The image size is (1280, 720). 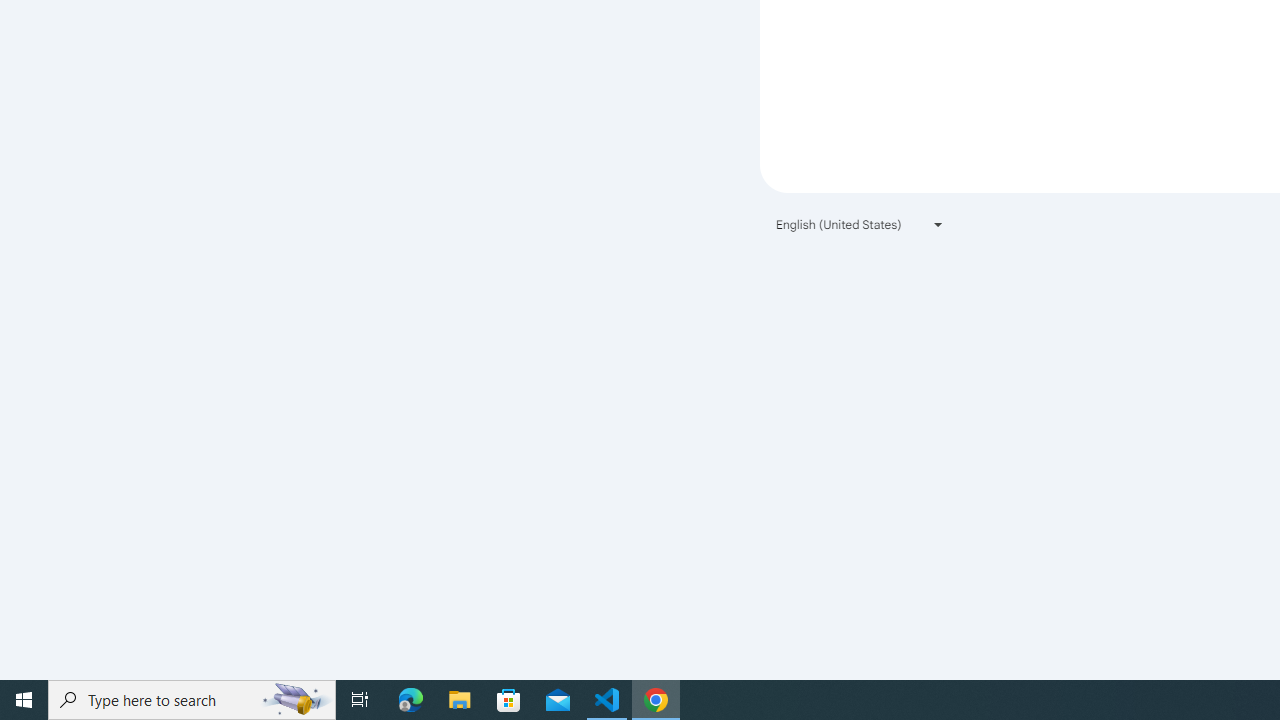 I want to click on 'English (United States)', so click(x=860, y=224).